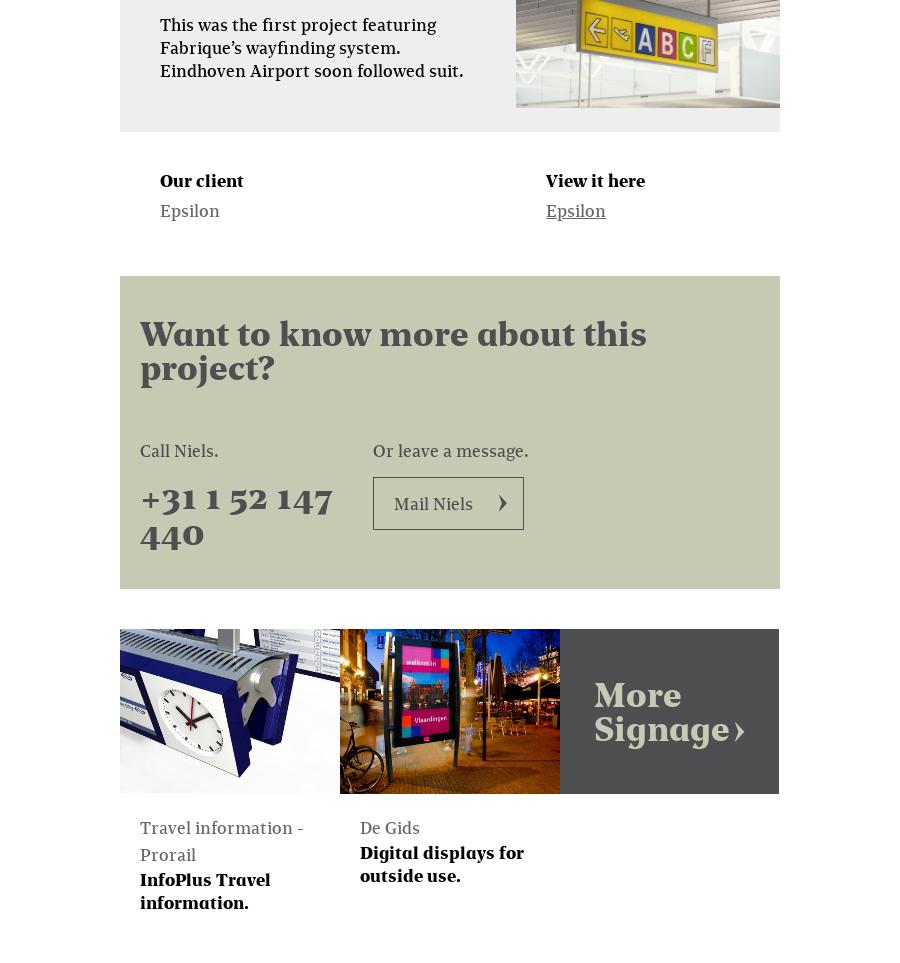 This screenshot has width=900, height=963. What do you see at coordinates (595, 178) in the screenshot?
I see `'View it here'` at bounding box center [595, 178].